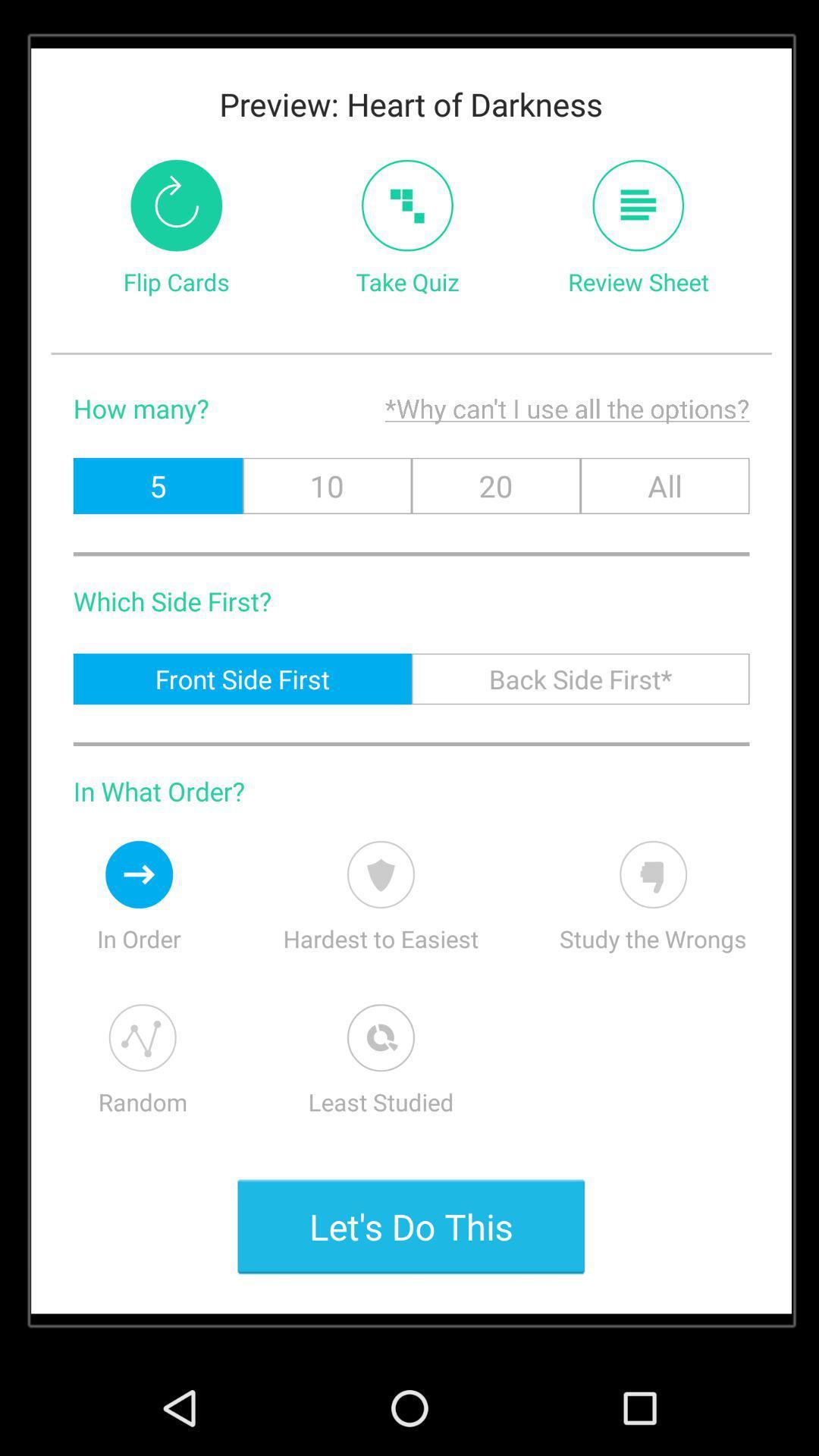 The image size is (819, 1456). I want to click on icon to the left of the take quiz item, so click(175, 205).